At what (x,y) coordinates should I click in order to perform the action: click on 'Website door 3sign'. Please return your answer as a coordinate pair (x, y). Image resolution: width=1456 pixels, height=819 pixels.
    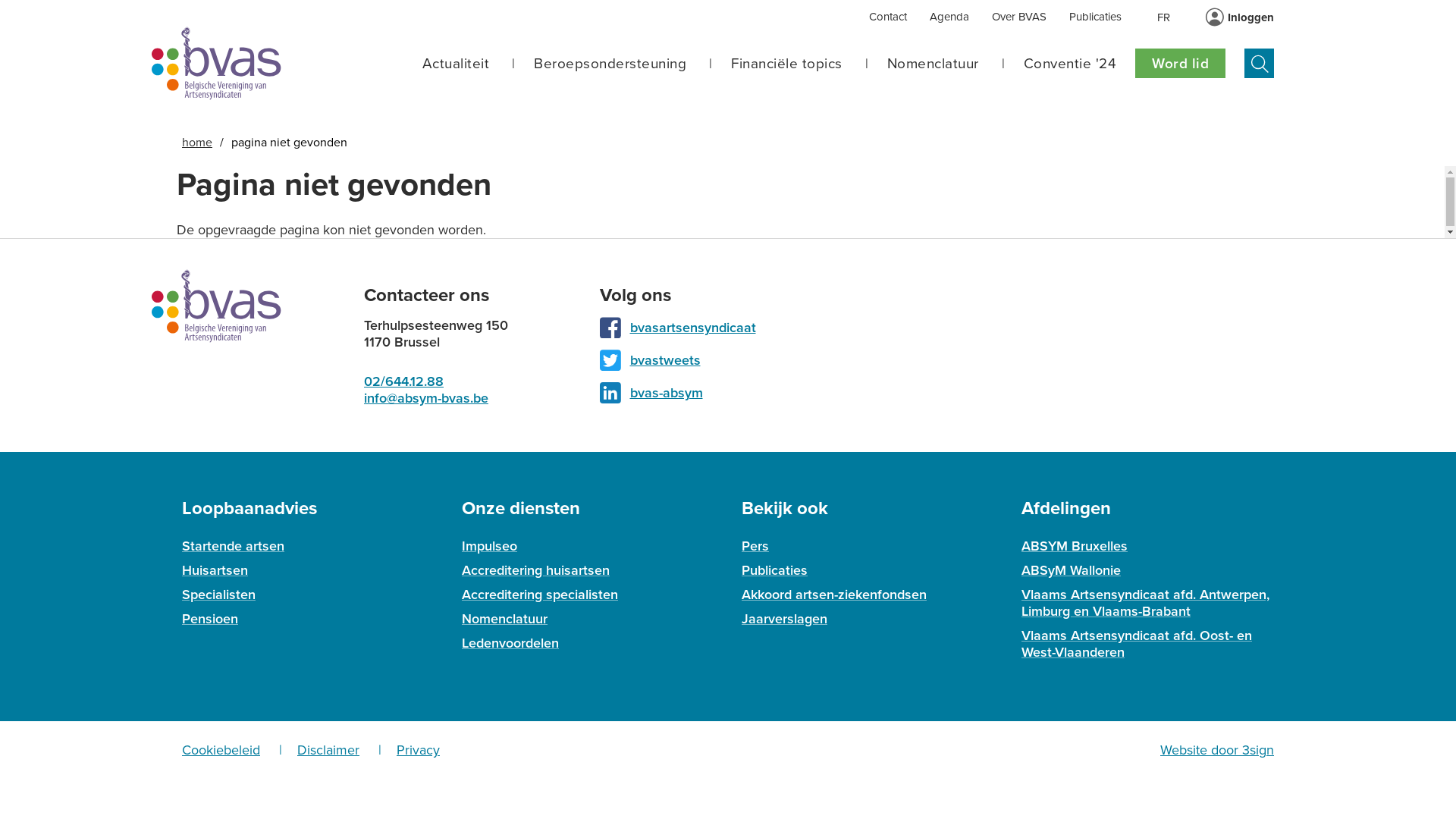
    Looking at the image, I should click on (1216, 748).